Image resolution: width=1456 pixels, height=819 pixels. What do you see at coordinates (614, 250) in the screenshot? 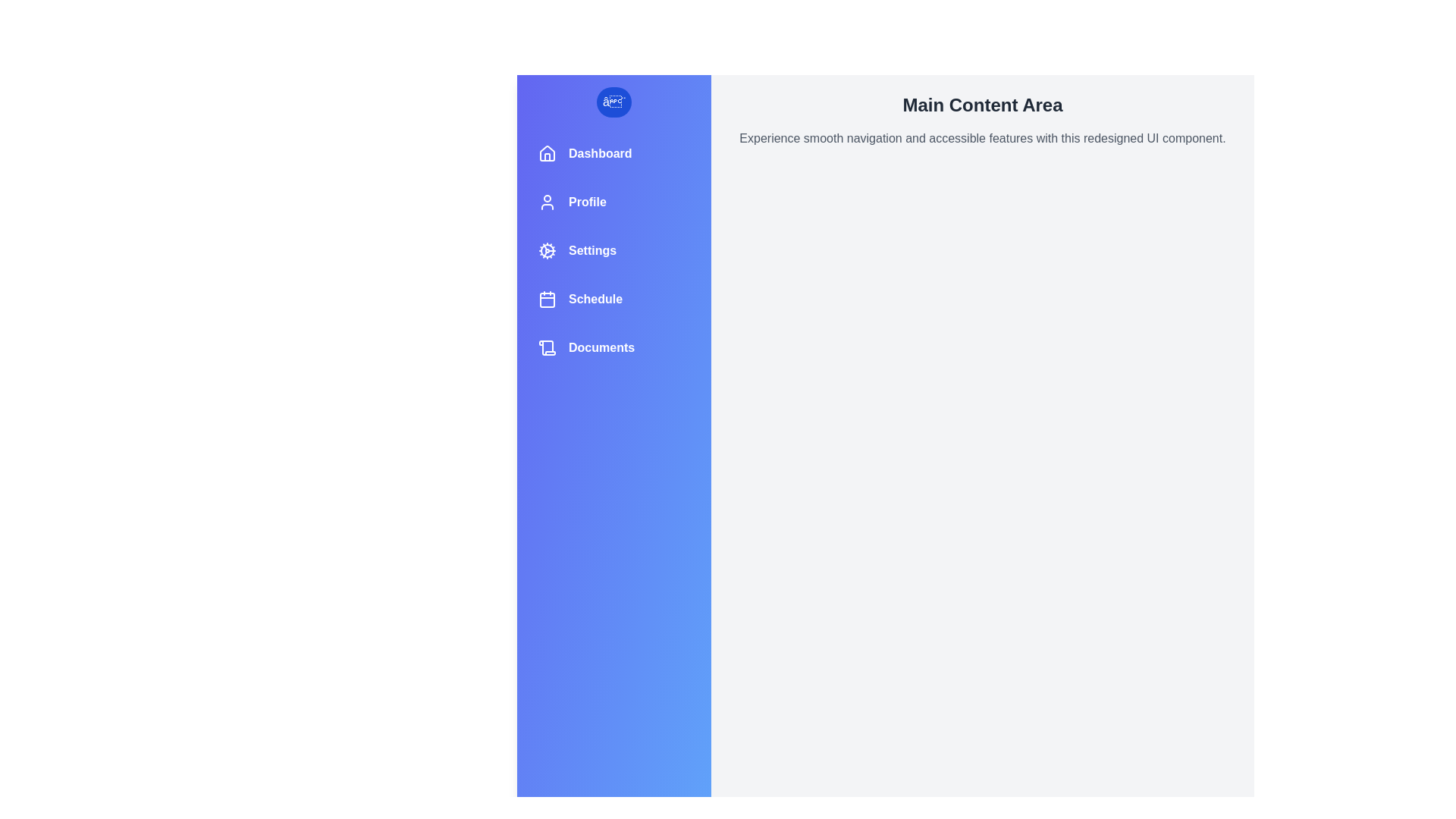
I see `the navigation item labeled Settings` at bounding box center [614, 250].